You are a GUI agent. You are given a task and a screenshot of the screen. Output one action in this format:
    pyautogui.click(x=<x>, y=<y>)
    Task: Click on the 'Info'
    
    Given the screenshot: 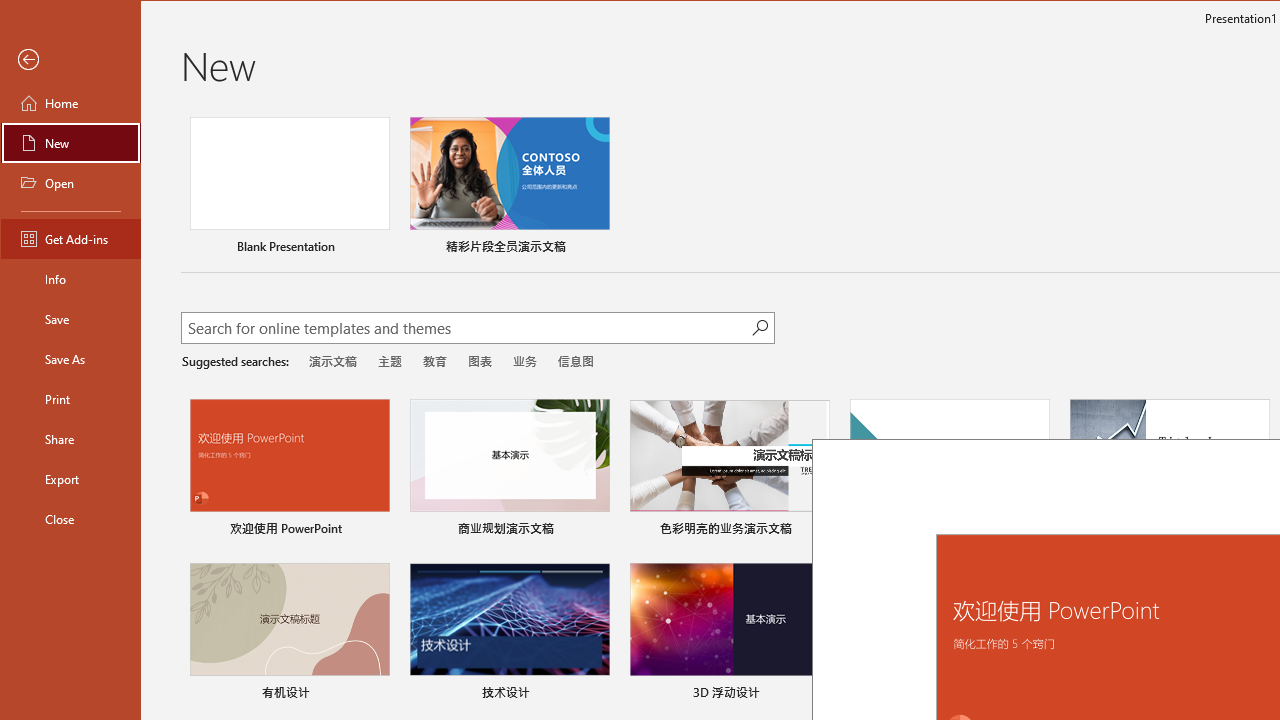 What is the action you would take?
    pyautogui.click(x=71, y=279)
    